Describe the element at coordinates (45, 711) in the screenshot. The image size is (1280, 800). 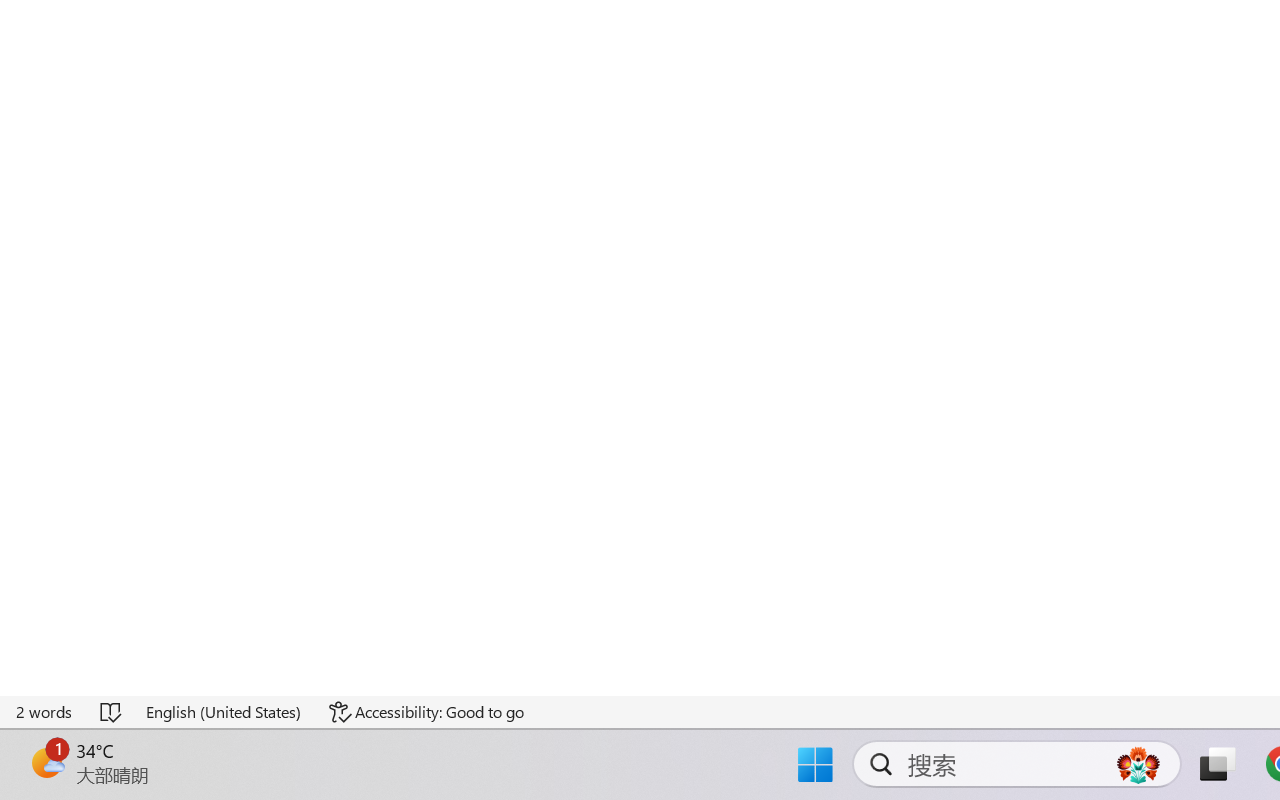
I see `'Word Count 2 words'` at that location.